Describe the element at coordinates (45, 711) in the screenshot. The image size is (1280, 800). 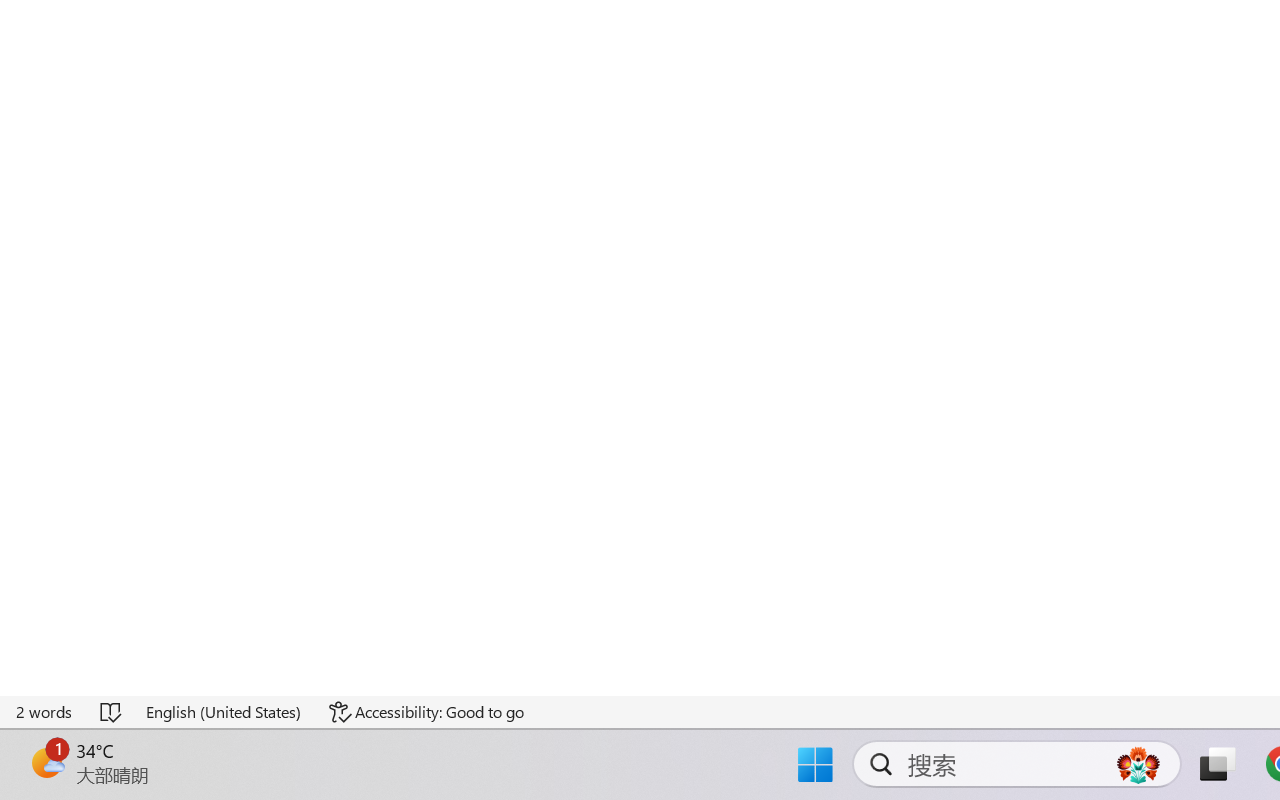
I see `'Word Count 2 words'` at that location.